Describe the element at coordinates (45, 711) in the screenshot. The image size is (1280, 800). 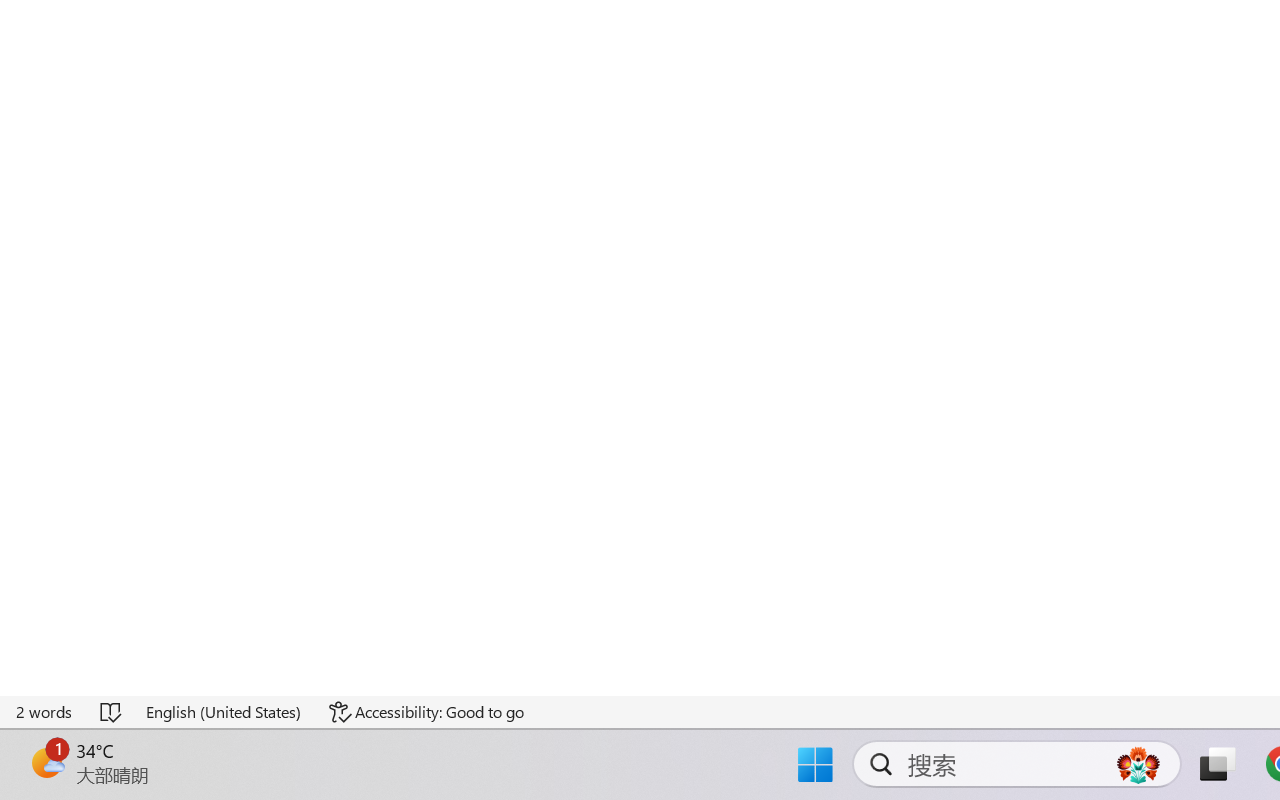
I see `'Word Count 2 words'` at that location.